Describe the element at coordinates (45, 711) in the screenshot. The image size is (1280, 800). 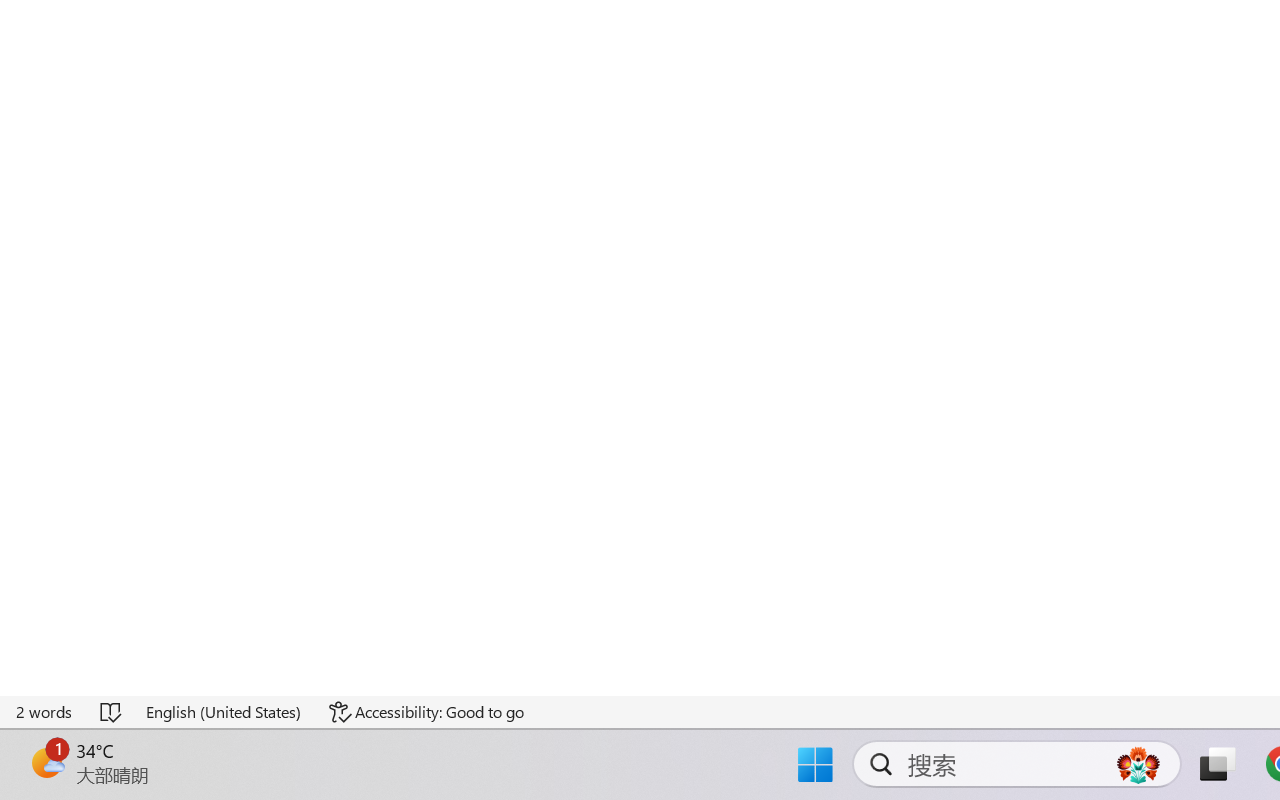
I see `'Word Count 2 words'` at that location.